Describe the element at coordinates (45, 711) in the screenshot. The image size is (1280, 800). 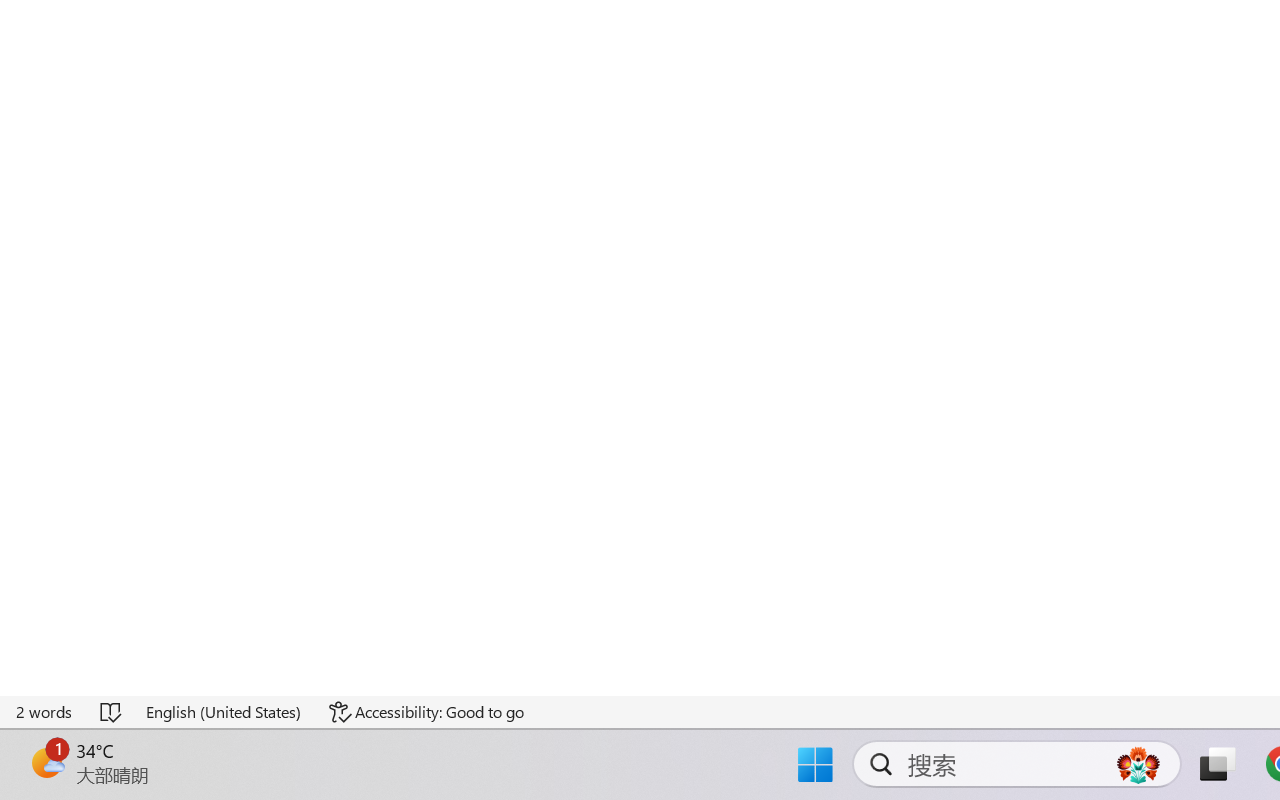
I see `'Word Count 2 words'` at that location.